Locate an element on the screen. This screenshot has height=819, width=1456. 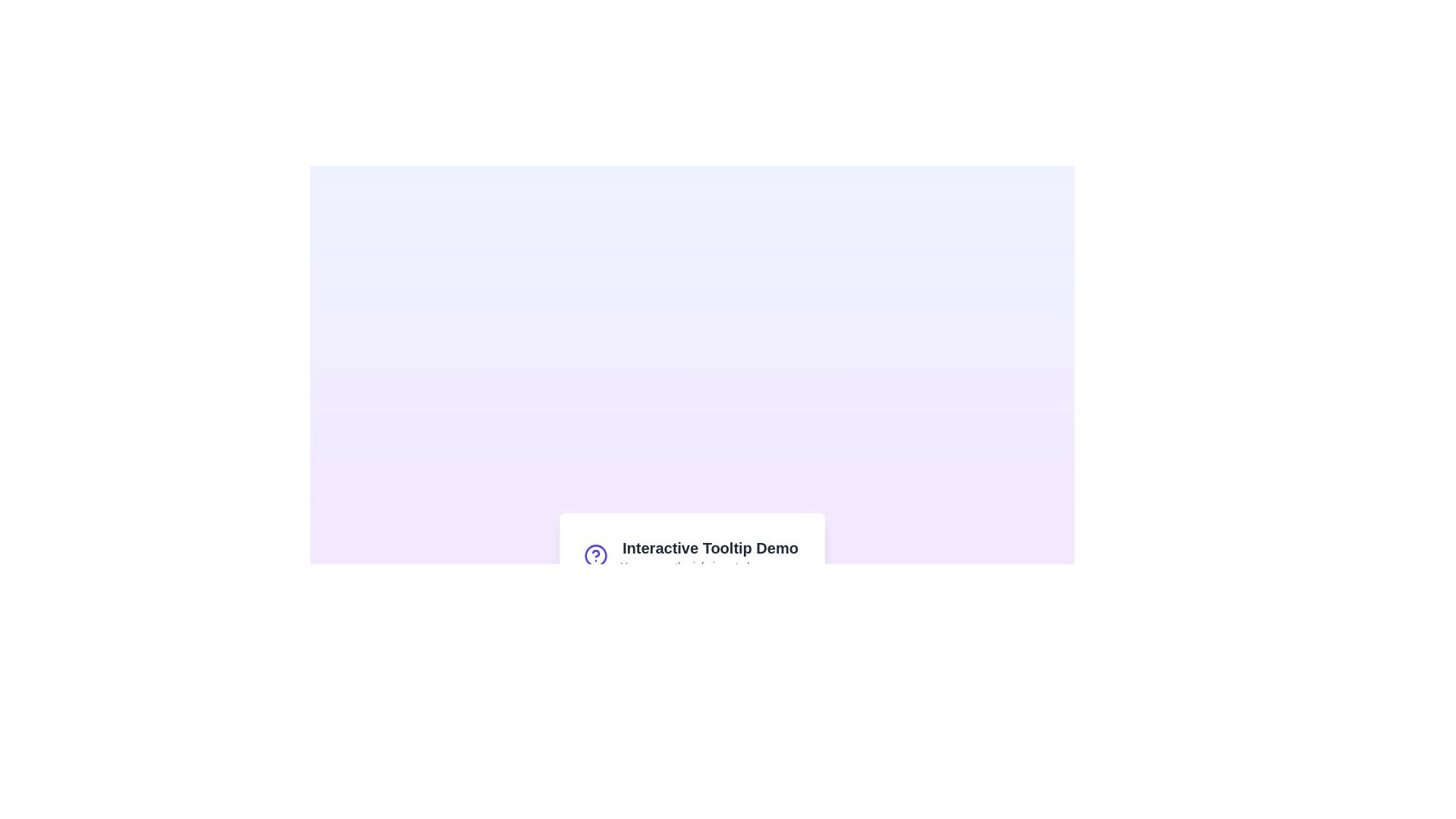
the decorative graphical circle that is part of the help icon, characterized by its blue stroke and central position relative to the question mark graphic is located at coordinates (595, 555).